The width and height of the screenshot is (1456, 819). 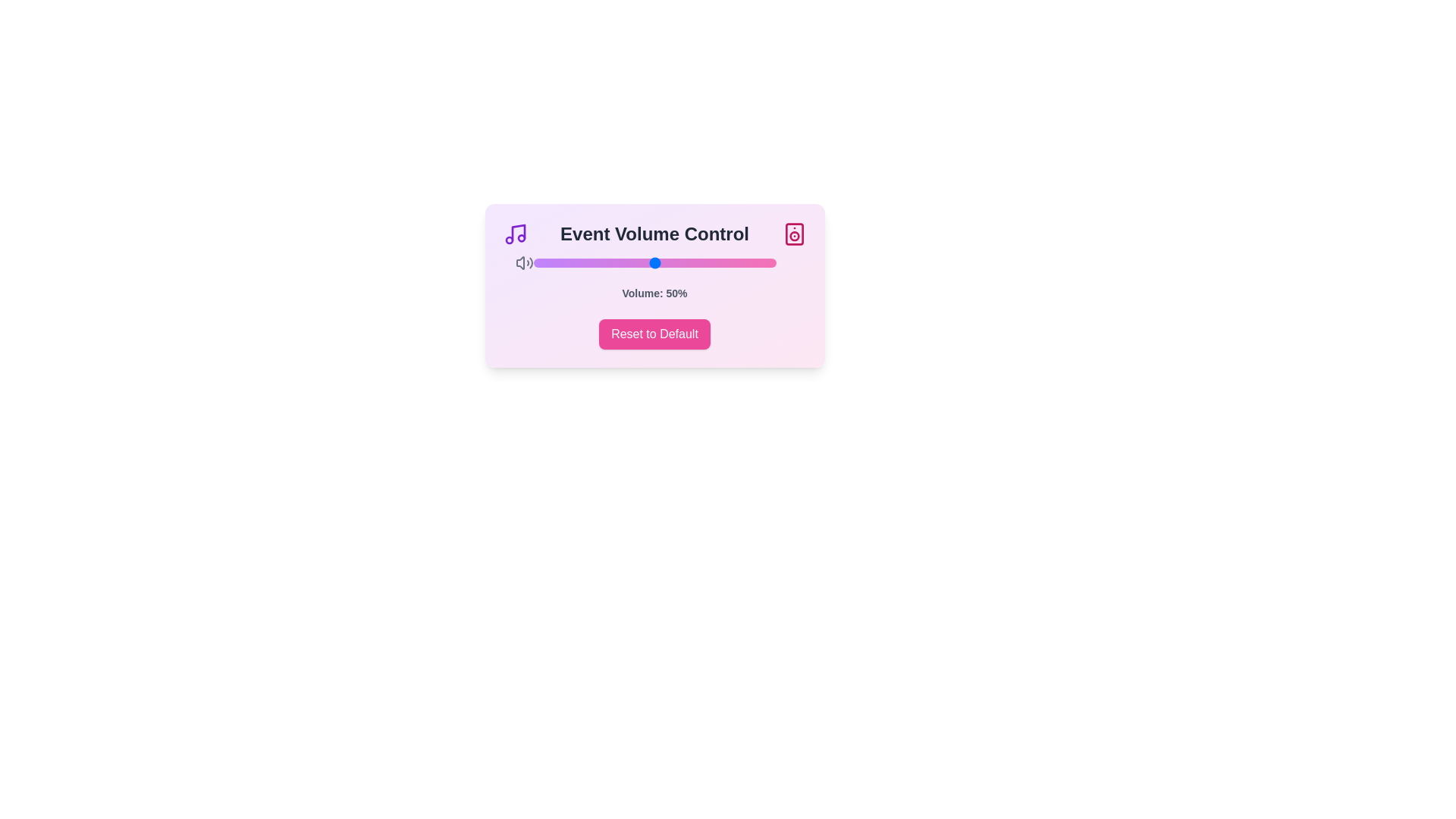 What do you see at coordinates (654, 333) in the screenshot?
I see `'Reset to Default' button to reset the volume to 50%` at bounding box center [654, 333].